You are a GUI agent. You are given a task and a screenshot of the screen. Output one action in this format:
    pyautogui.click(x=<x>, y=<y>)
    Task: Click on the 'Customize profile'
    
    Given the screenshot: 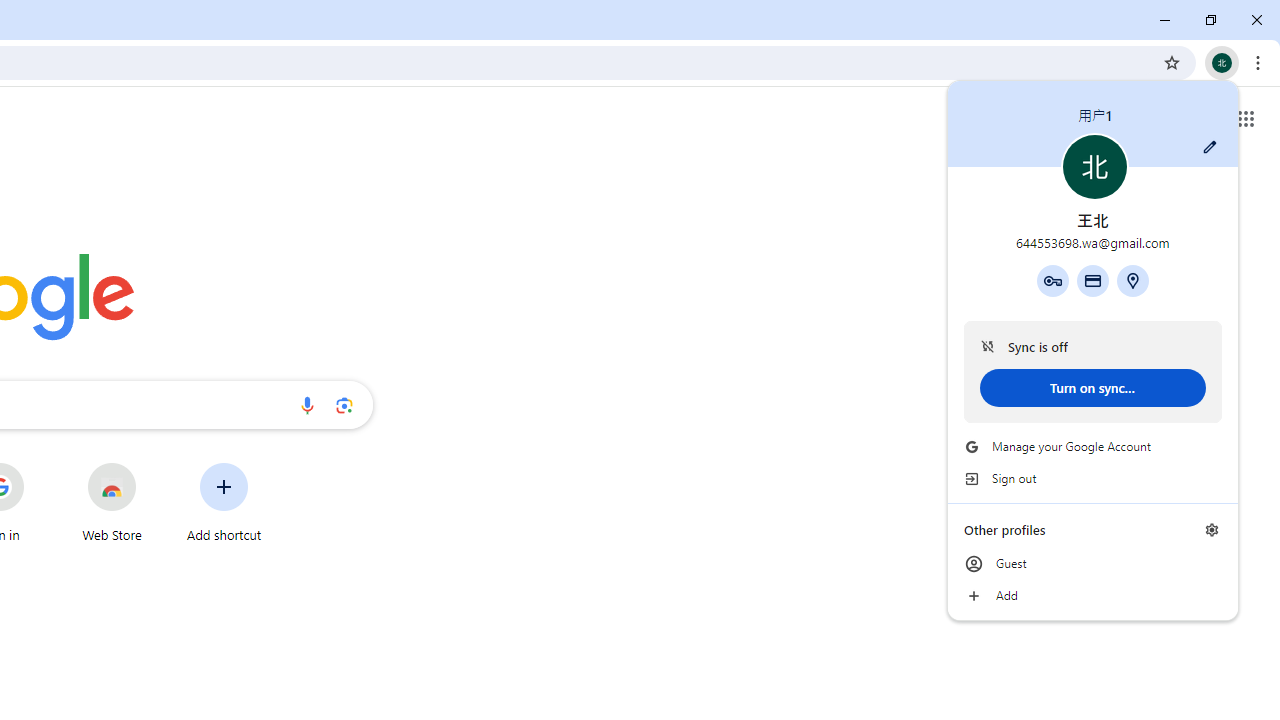 What is the action you would take?
    pyautogui.click(x=1209, y=146)
    